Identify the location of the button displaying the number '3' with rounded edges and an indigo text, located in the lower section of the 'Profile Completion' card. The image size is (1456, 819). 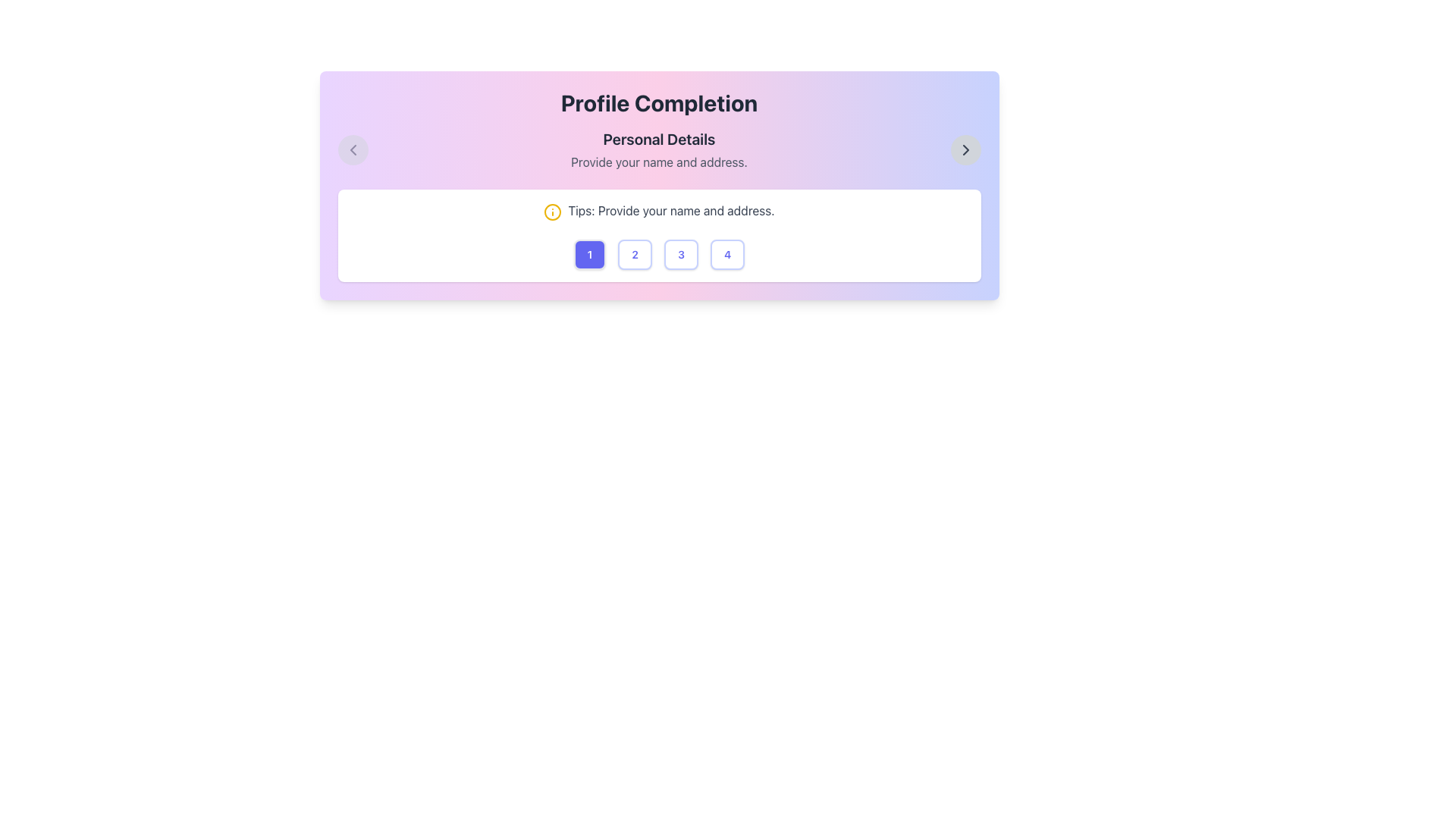
(680, 253).